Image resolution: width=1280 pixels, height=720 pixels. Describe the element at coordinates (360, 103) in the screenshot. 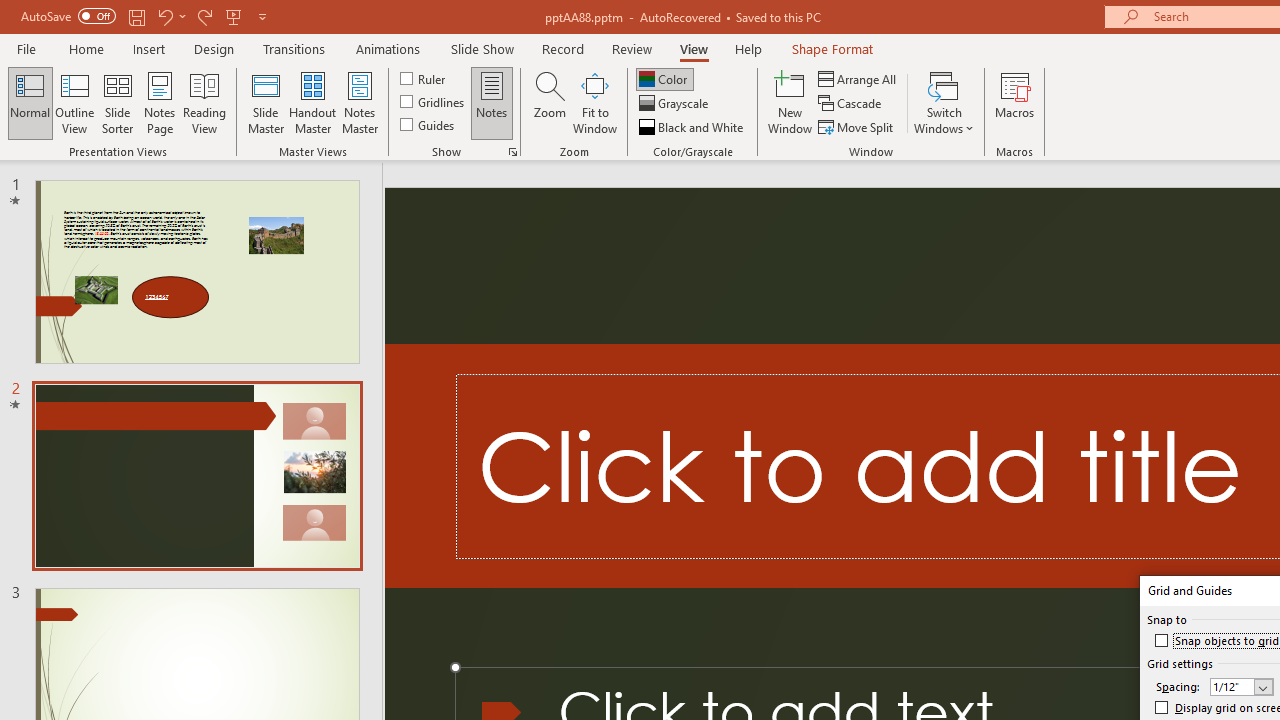

I see `'Notes Master'` at that location.